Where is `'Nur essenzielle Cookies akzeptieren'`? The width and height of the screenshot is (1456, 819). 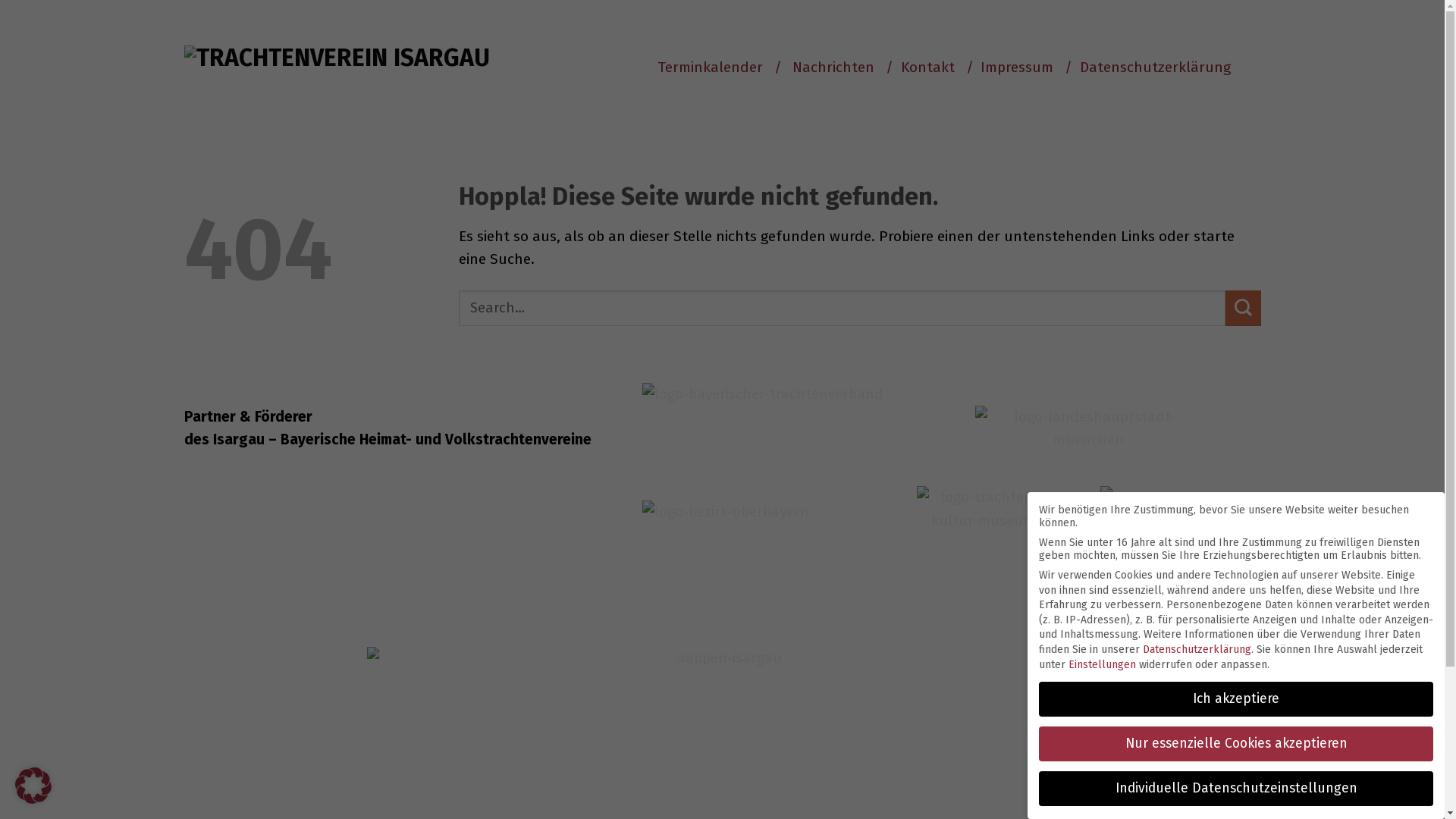 'Nur essenzielle Cookies akzeptieren' is located at coordinates (1236, 742).